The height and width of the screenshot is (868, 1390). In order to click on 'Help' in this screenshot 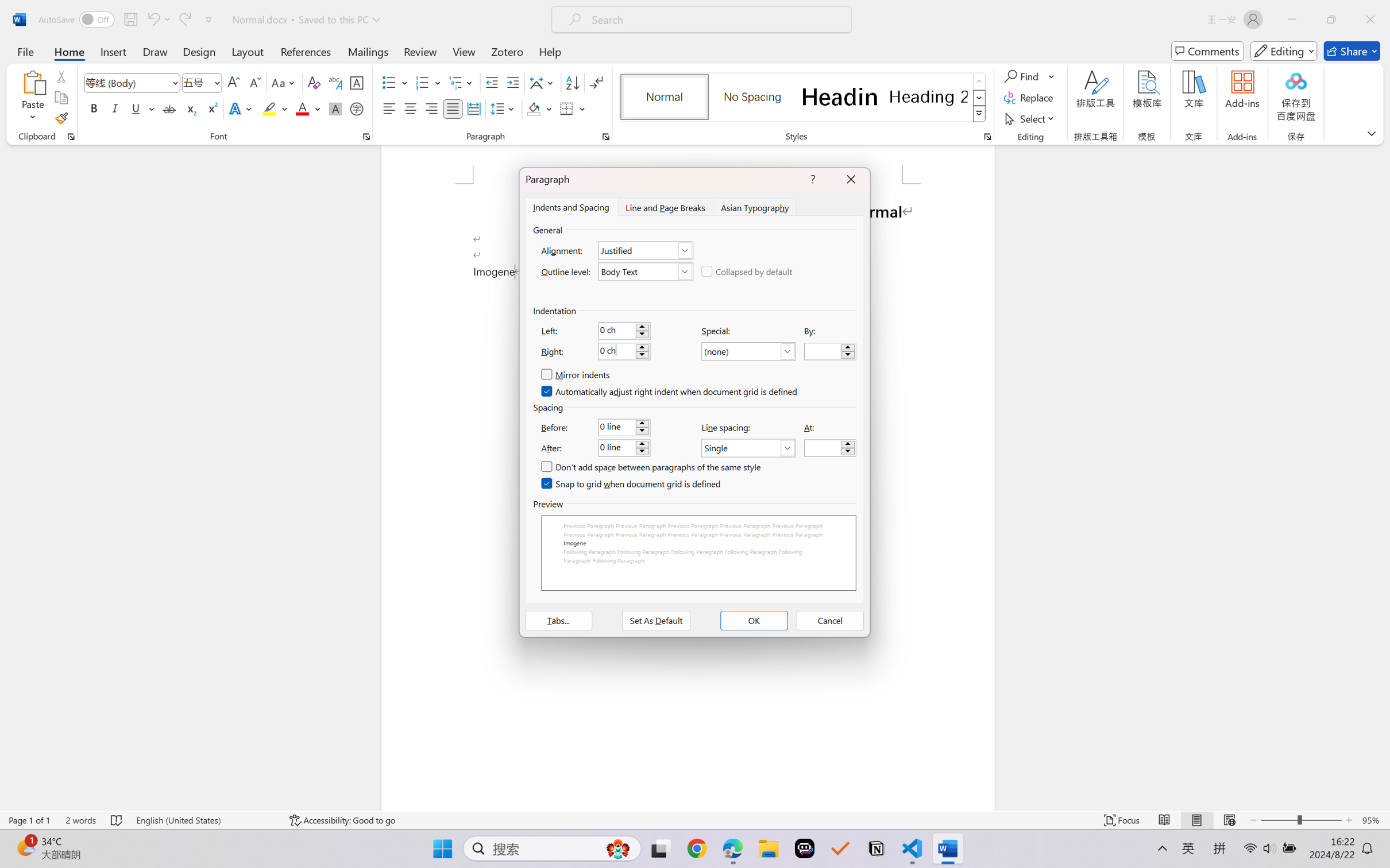, I will do `click(549, 51)`.